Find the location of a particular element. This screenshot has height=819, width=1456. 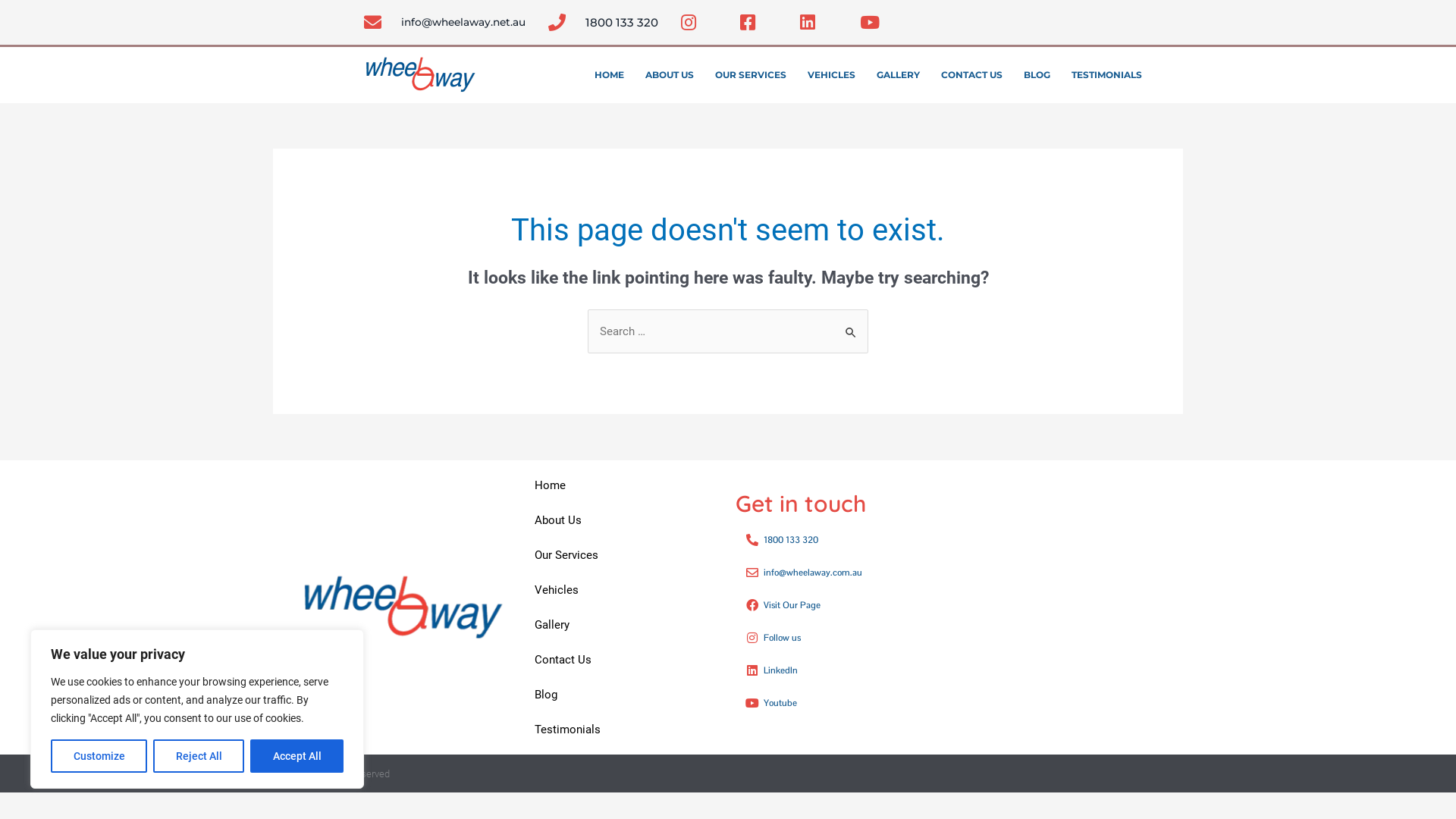

'Youtube' is located at coordinates (839, 702).